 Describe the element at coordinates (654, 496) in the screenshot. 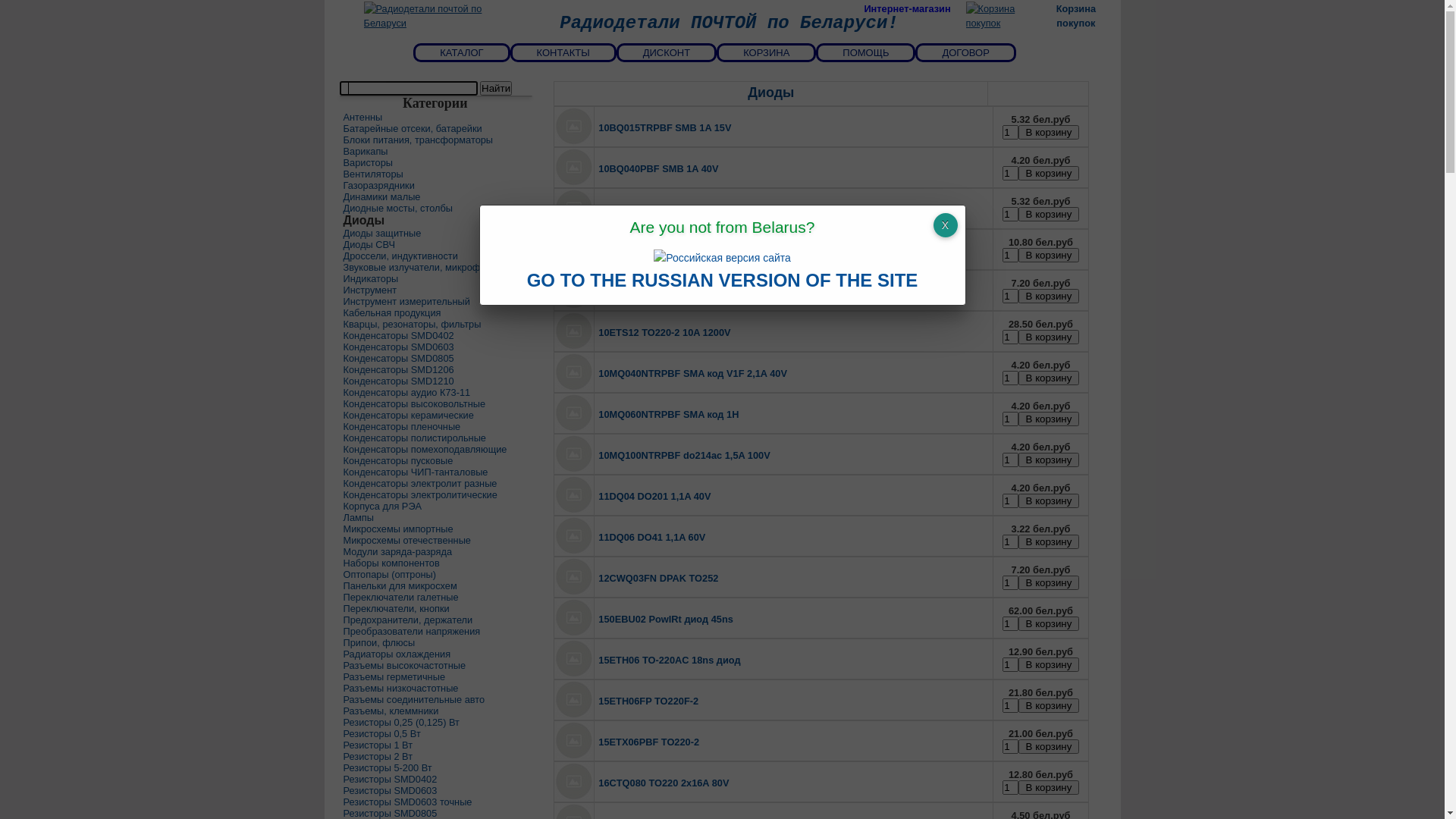

I see `'11DQ04 DO201 1,1A 40V'` at that location.